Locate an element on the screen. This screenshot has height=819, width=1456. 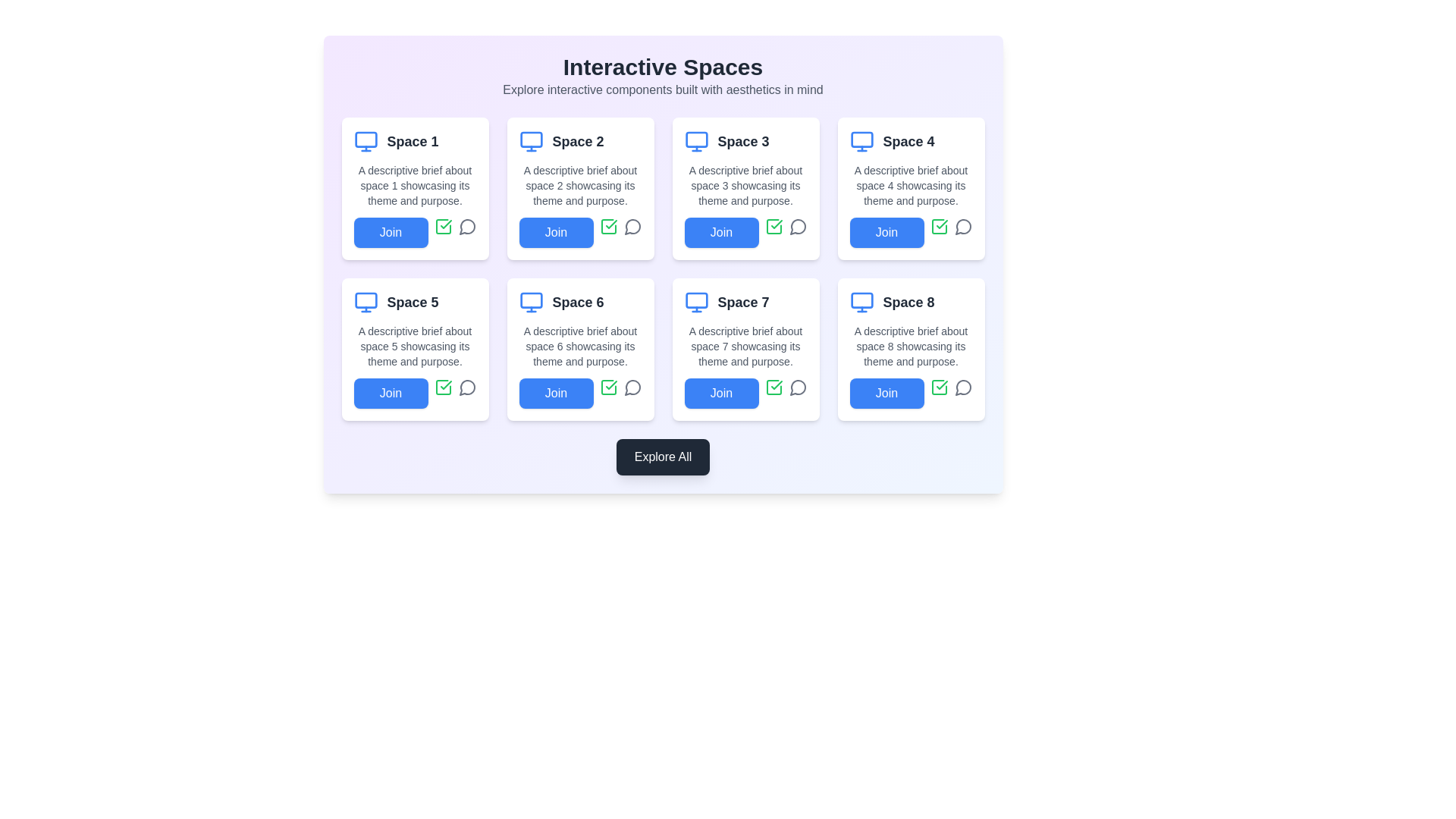
the text label reading 'Space 2' is located at coordinates (577, 141).